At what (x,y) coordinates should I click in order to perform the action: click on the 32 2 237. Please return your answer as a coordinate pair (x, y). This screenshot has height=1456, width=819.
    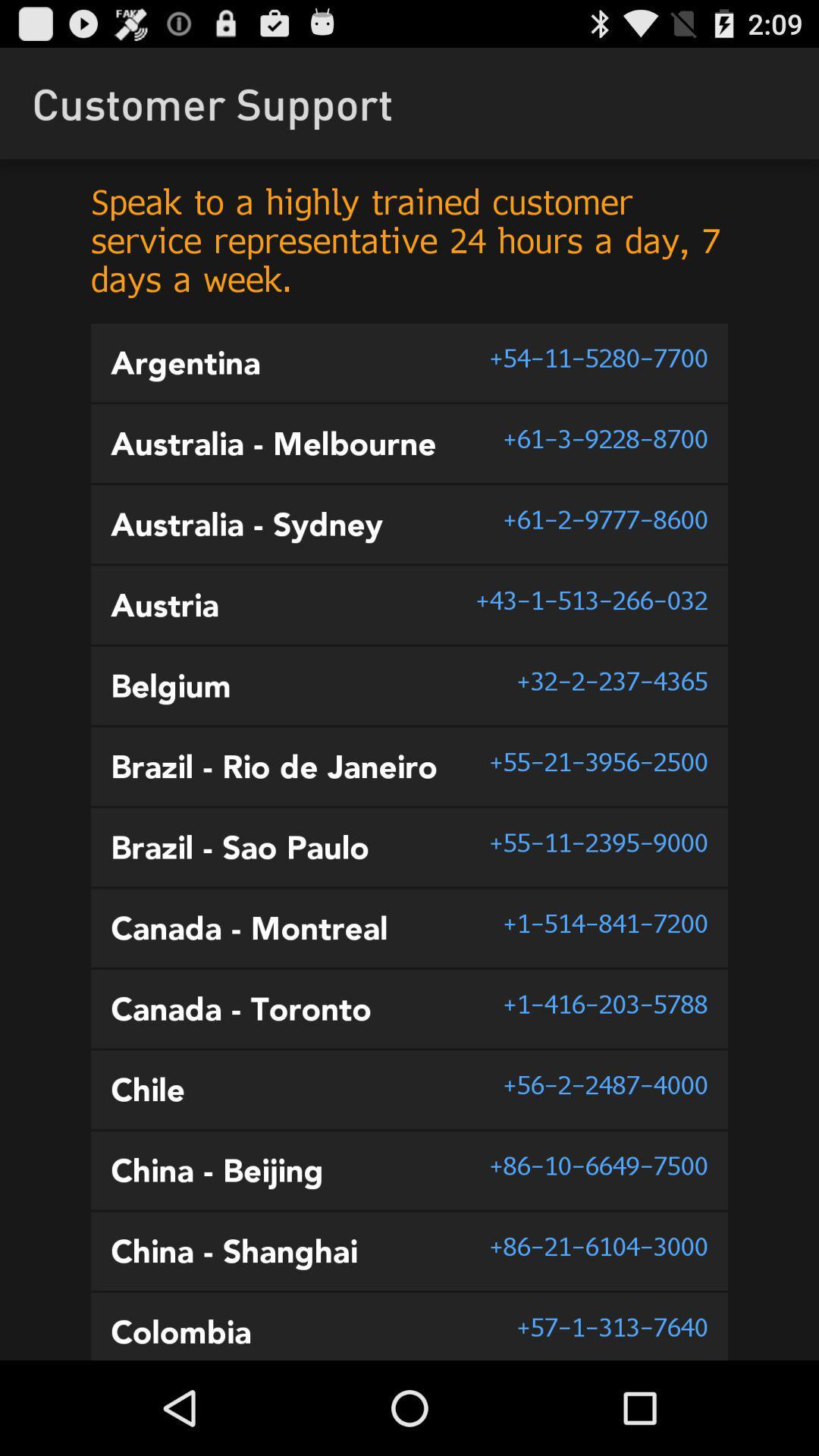
    Looking at the image, I should click on (611, 680).